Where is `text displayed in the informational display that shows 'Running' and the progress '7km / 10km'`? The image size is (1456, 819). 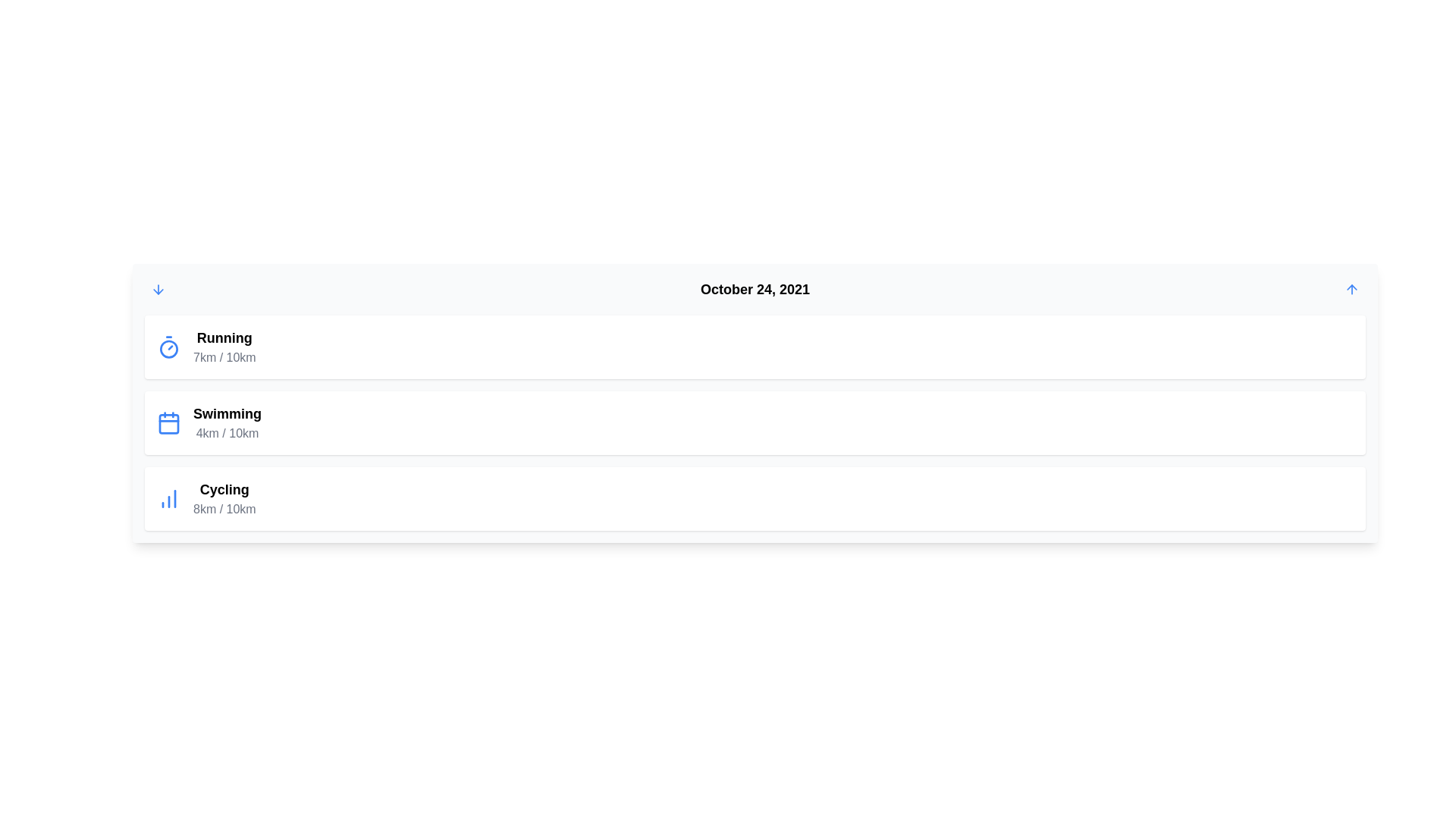
text displayed in the informational display that shows 'Running' and the progress '7km / 10km' is located at coordinates (224, 347).